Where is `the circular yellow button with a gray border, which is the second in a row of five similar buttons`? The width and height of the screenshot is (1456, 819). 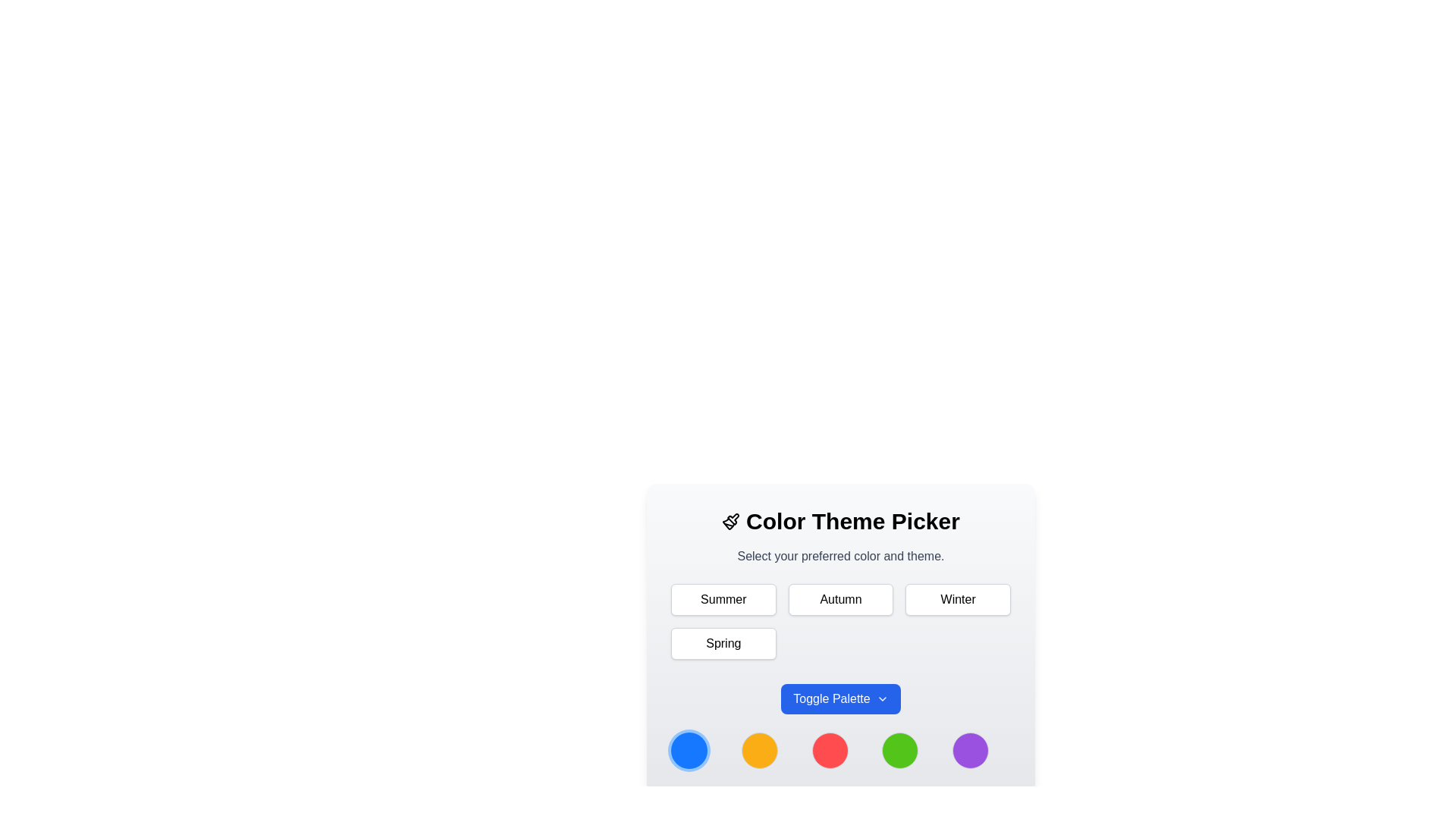 the circular yellow button with a gray border, which is the second in a row of five similar buttons is located at coordinates (759, 751).